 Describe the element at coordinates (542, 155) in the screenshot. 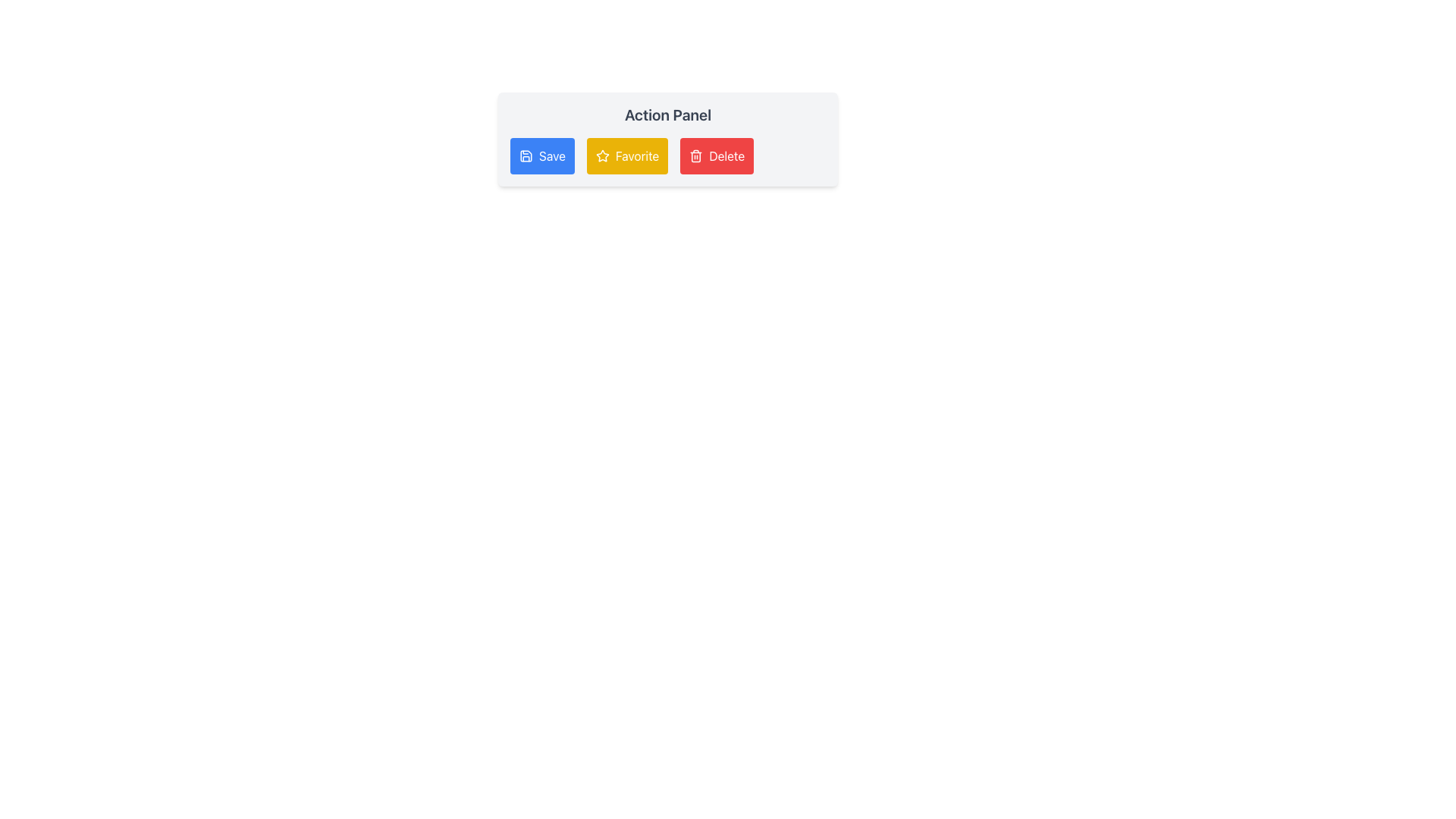

I see `the 'Save' button, which is rectangular with a blue background and white text, located within a white panel on the leftmost side of three horizontally aligned buttons` at that location.